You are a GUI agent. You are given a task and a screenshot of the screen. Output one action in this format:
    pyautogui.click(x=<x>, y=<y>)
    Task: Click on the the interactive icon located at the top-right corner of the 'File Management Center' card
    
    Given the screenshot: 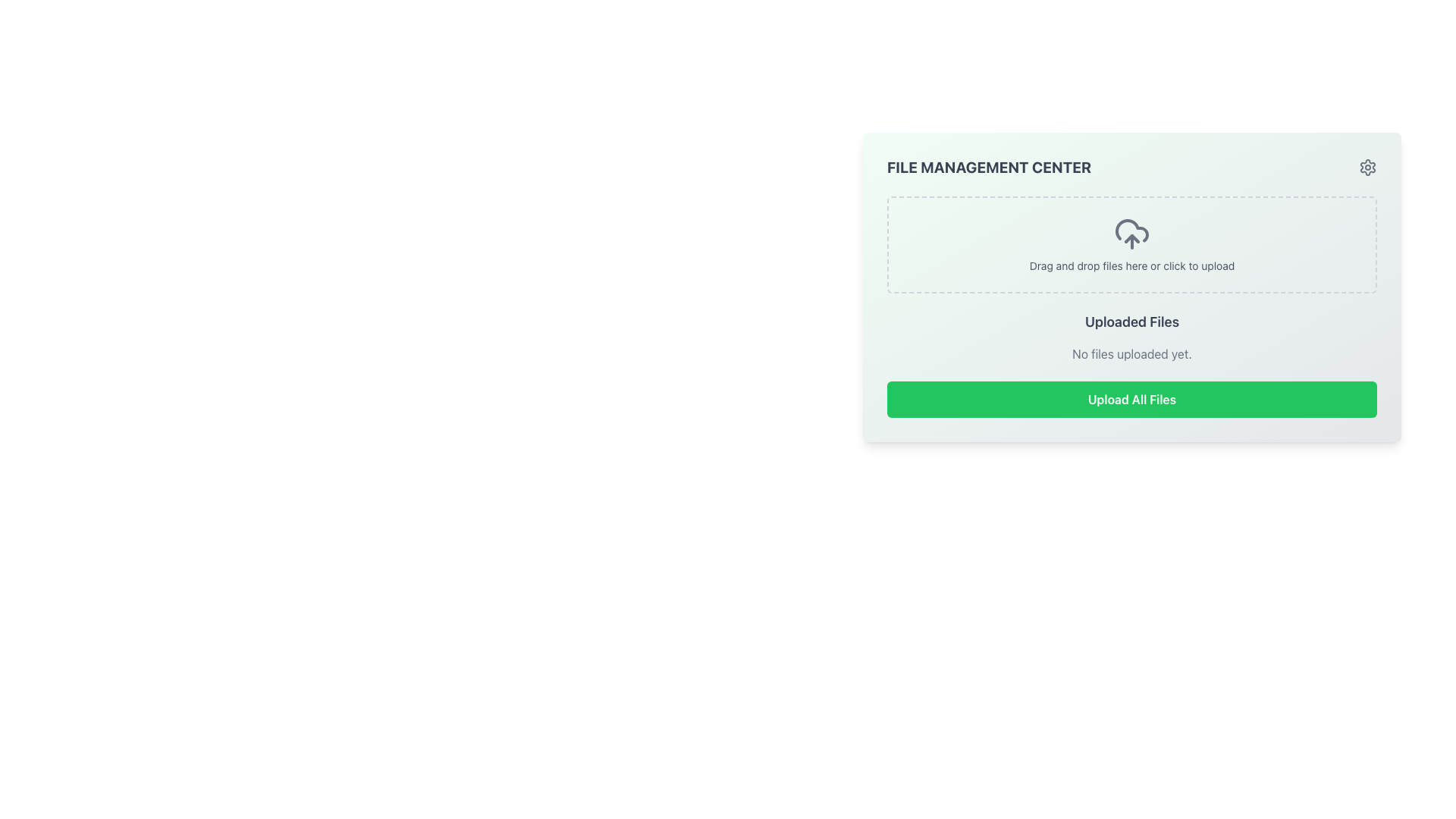 What is the action you would take?
    pyautogui.click(x=1368, y=167)
    